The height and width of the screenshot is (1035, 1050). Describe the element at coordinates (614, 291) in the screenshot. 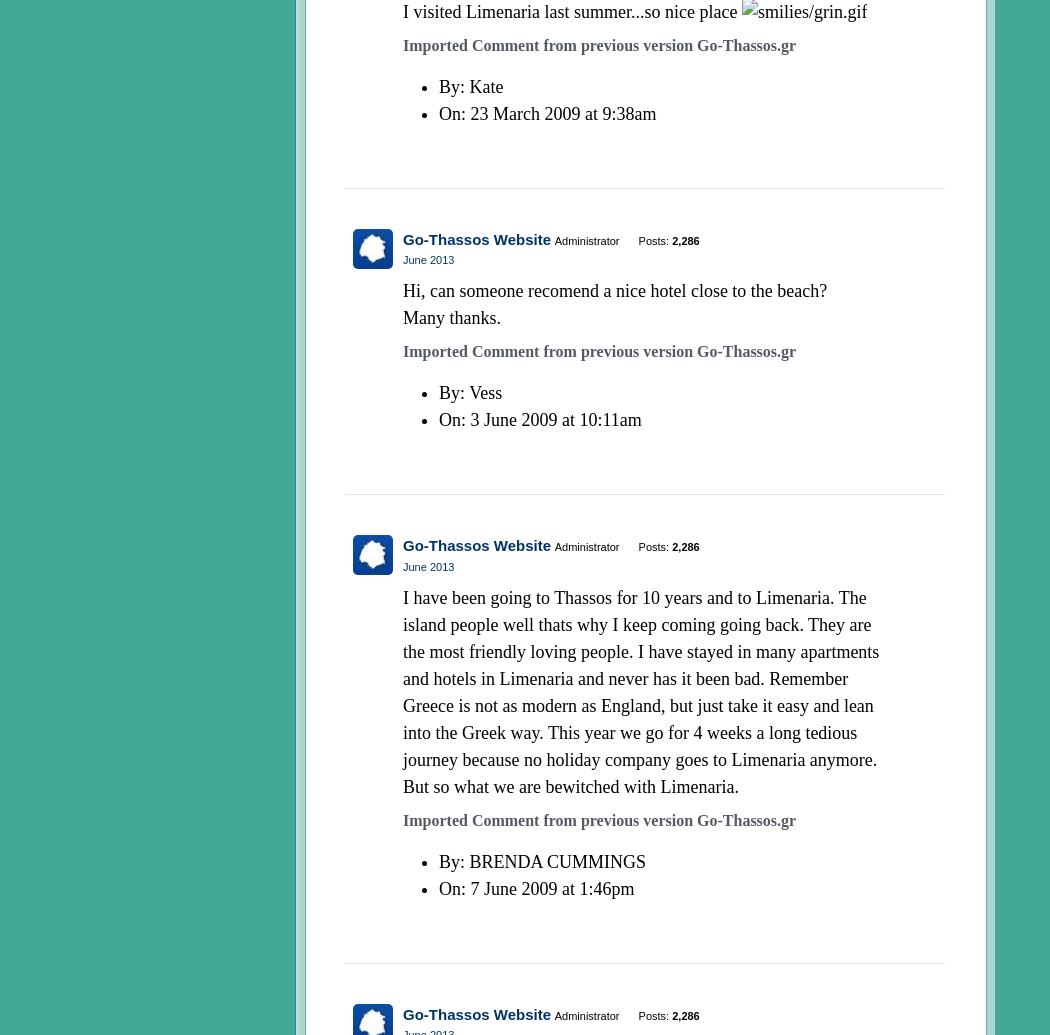

I see `'Hi, can someone recomend a nice hotel close to the beach?'` at that location.